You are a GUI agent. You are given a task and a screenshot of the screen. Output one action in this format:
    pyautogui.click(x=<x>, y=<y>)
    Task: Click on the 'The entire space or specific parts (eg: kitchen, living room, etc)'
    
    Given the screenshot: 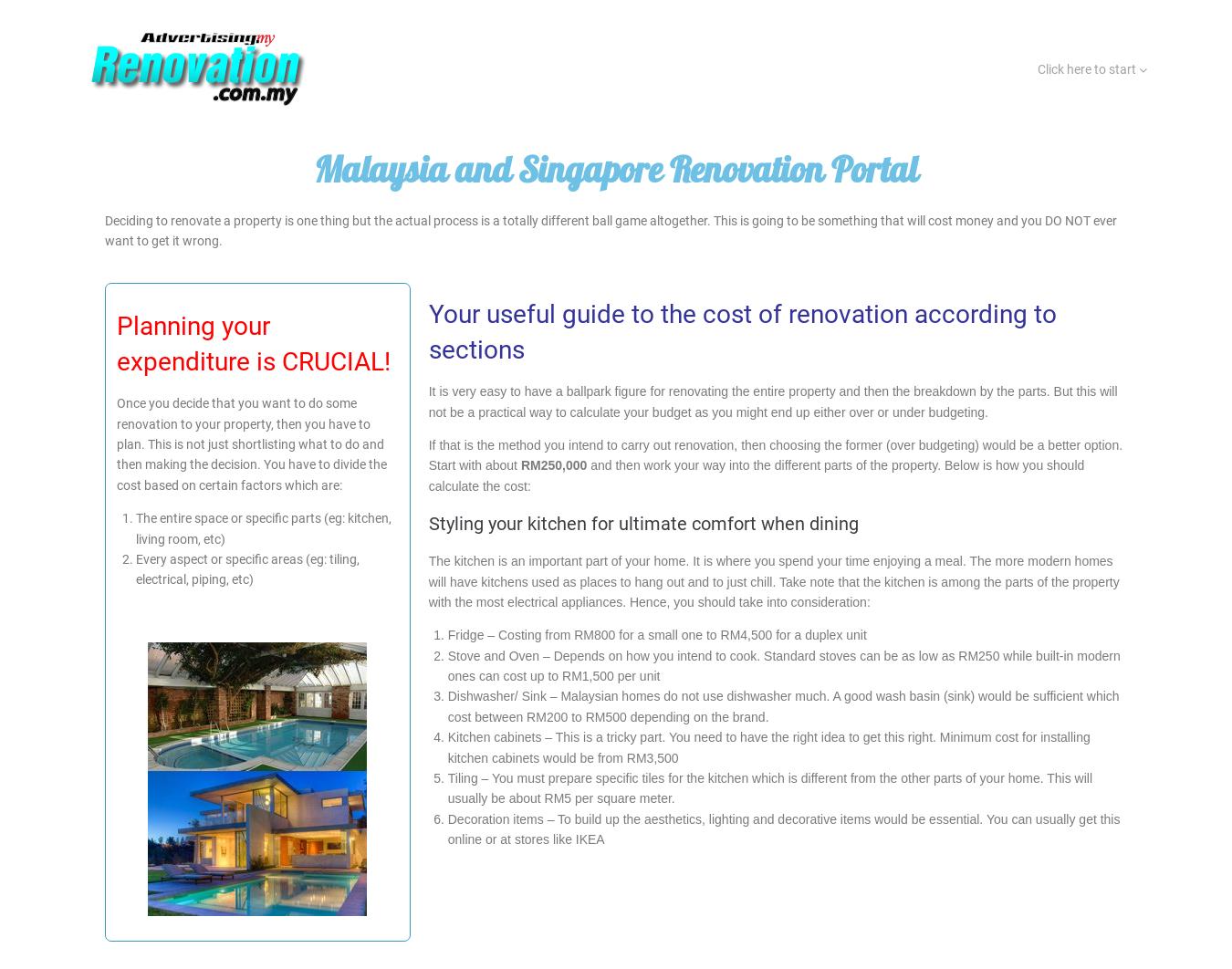 What is the action you would take?
    pyautogui.click(x=263, y=528)
    